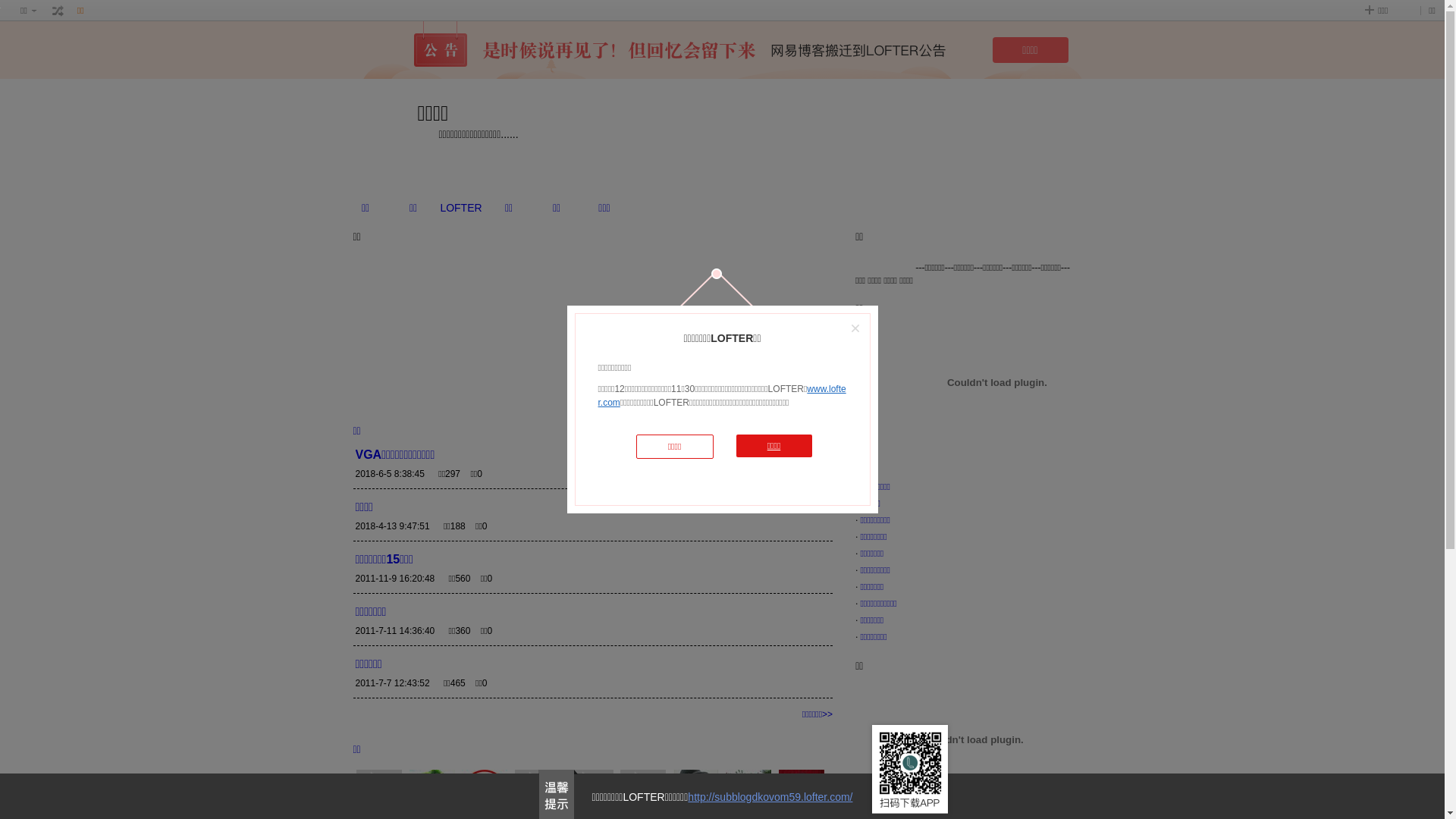 This screenshot has width=1456, height=819. Describe the element at coordinates (460, 207) in the screenshot. I see `'LOFTER'` at that location.